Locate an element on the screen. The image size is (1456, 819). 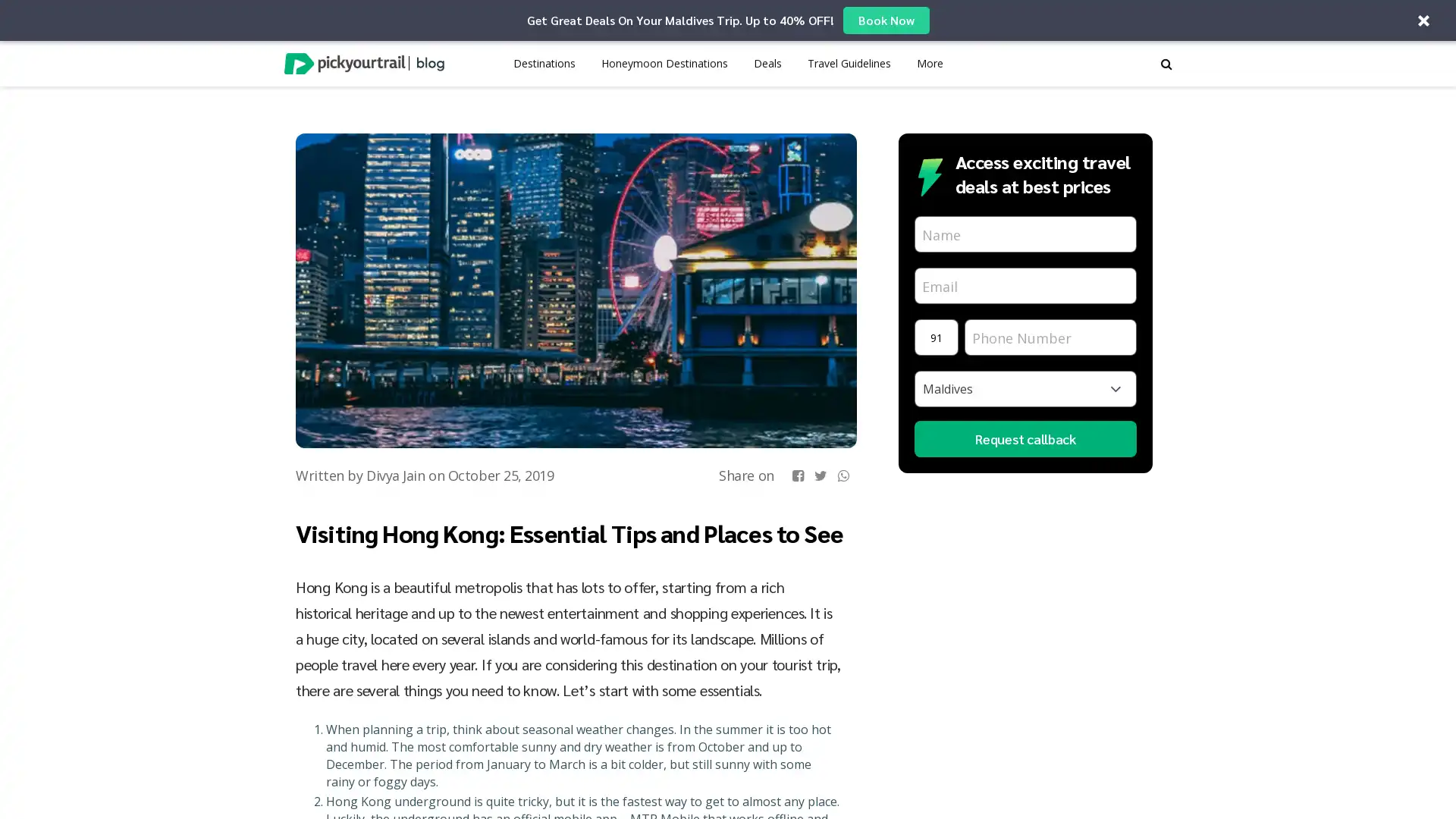
Book Now is located at coordinates (885, 20).